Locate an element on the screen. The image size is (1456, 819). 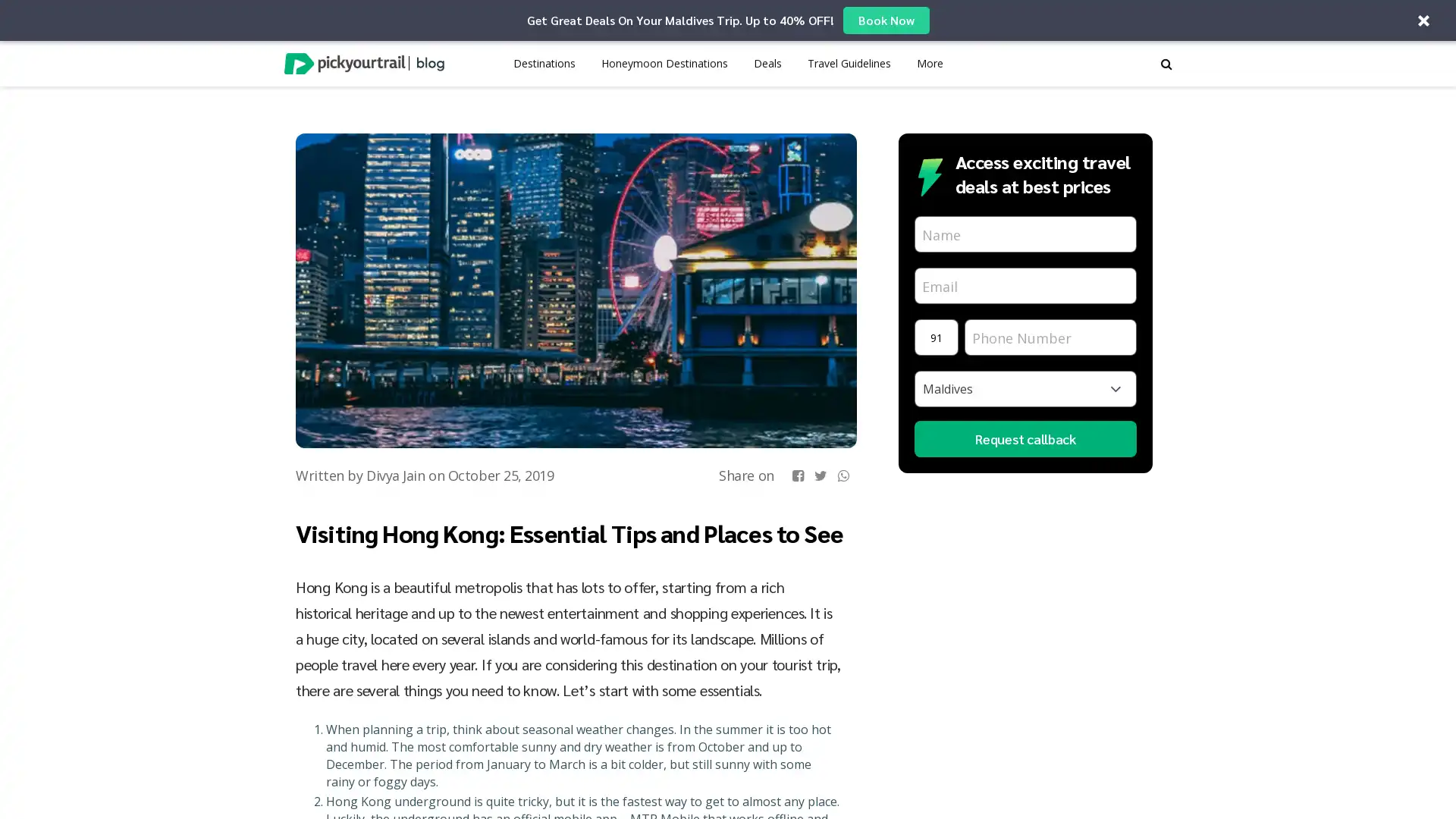
Book Now is located at coordinates (885, 20).